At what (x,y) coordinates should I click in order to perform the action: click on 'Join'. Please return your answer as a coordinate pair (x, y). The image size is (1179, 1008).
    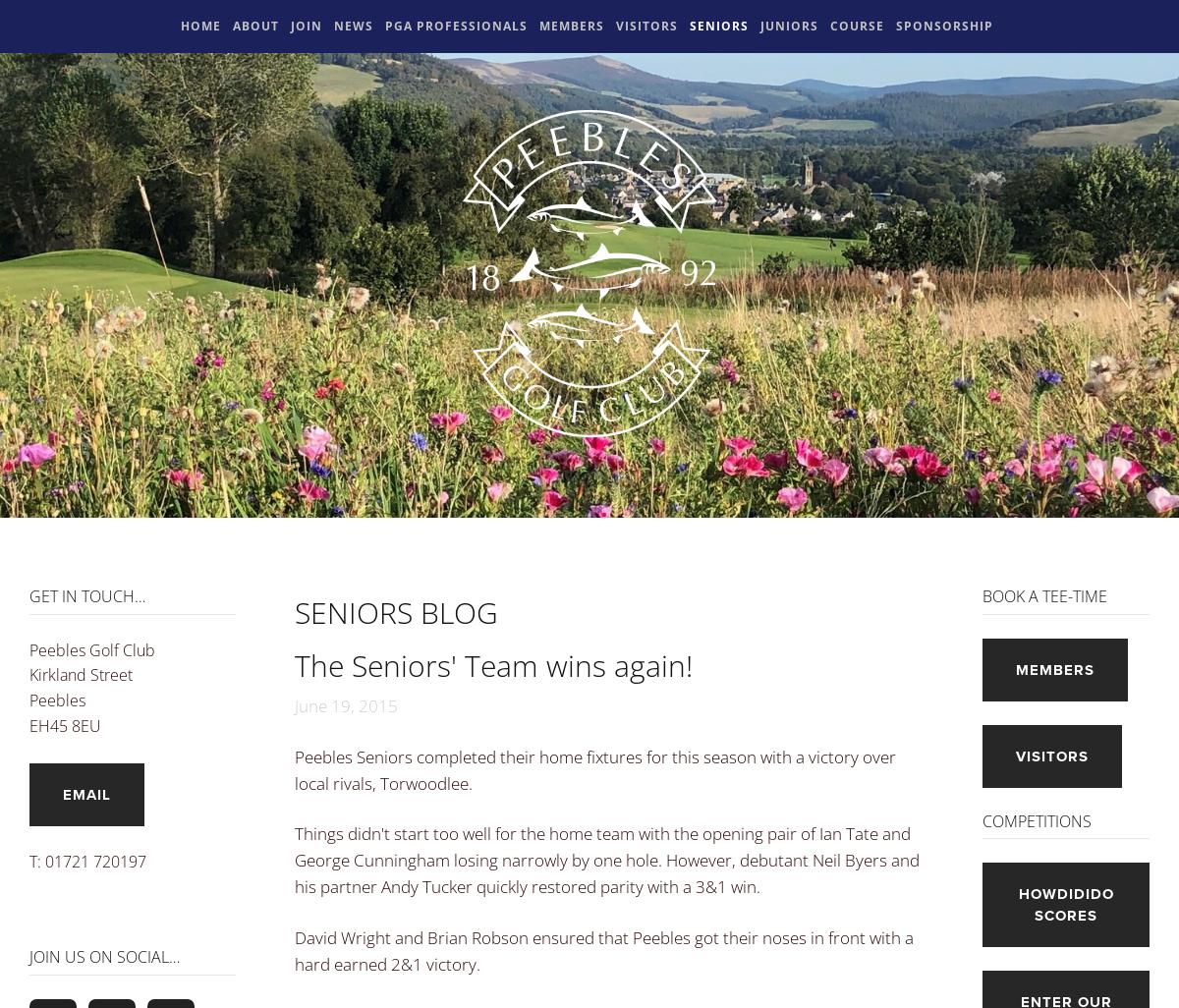
    Looking at the image, I should click on (307, 26).